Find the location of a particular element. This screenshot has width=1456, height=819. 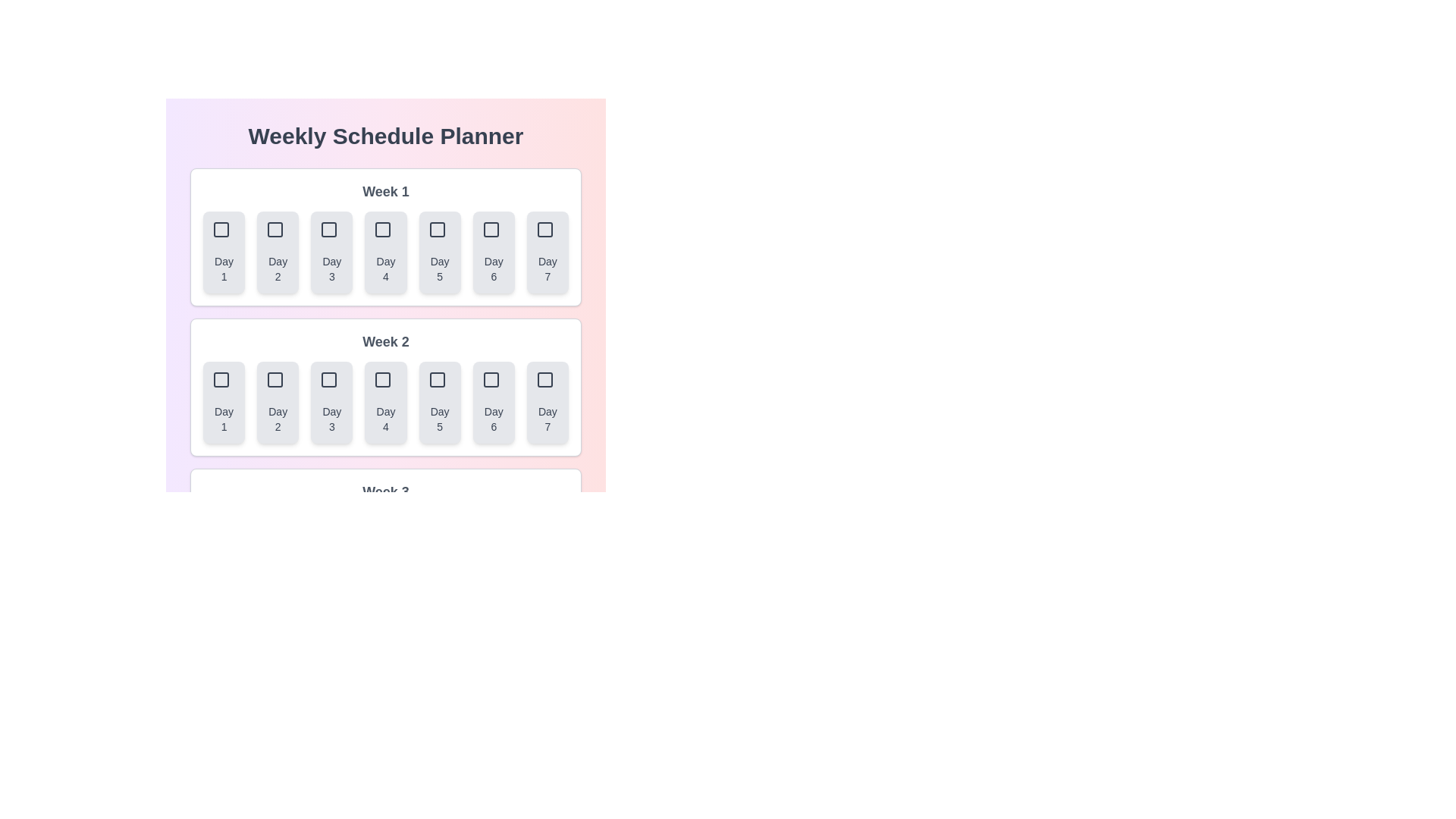

the button corresponding to Week 1 and Day 7 to select that day is located at coordinates (546, 251).